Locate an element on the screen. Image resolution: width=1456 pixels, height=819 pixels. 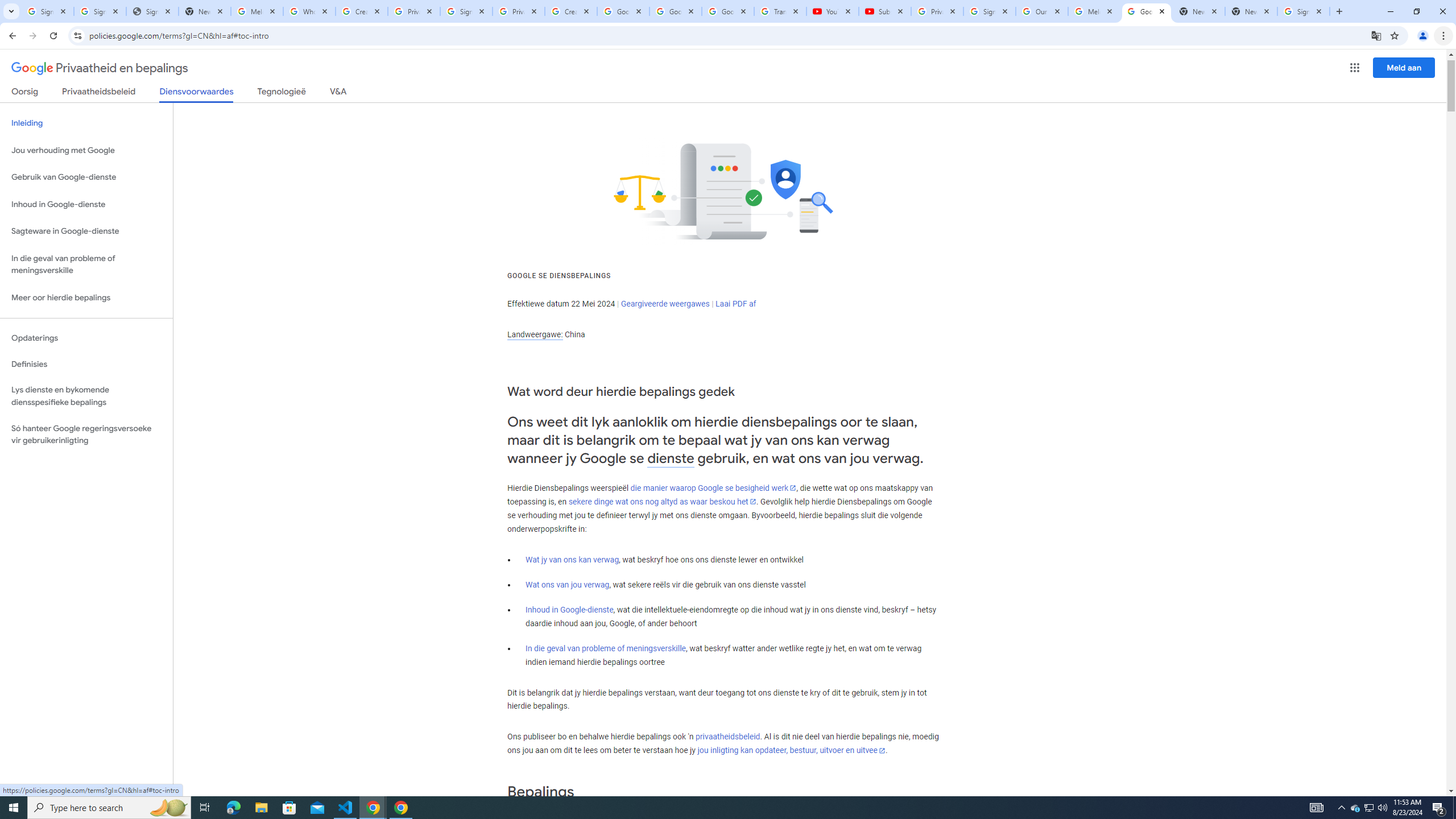
'Sign In - USA TODAY' is located at coordinates (151, 11).